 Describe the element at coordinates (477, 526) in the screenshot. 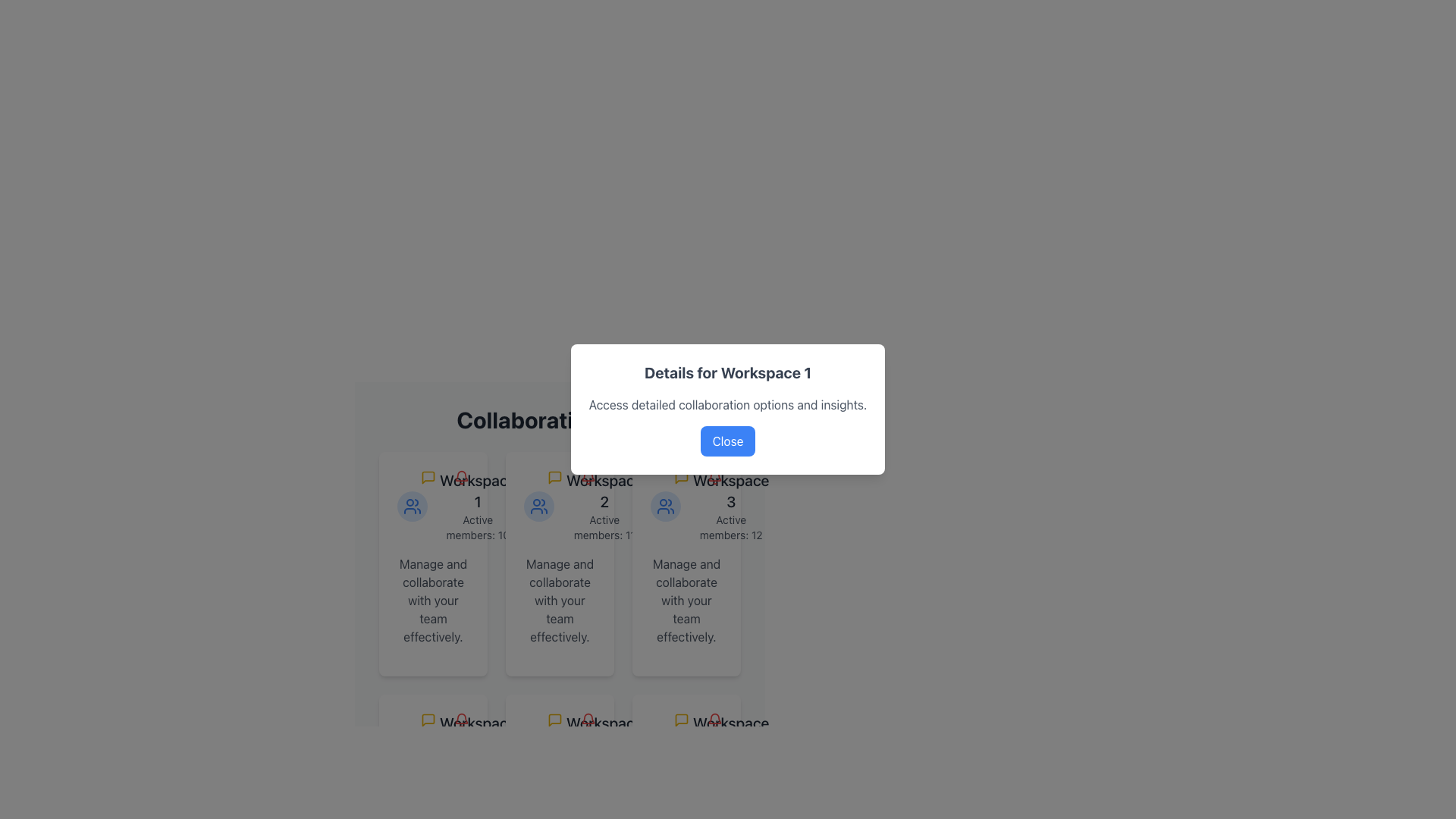

I see `the text label that displays 'Active members: 10', which is located below the 'Workspace 1' label in the first workspace card` at that location.